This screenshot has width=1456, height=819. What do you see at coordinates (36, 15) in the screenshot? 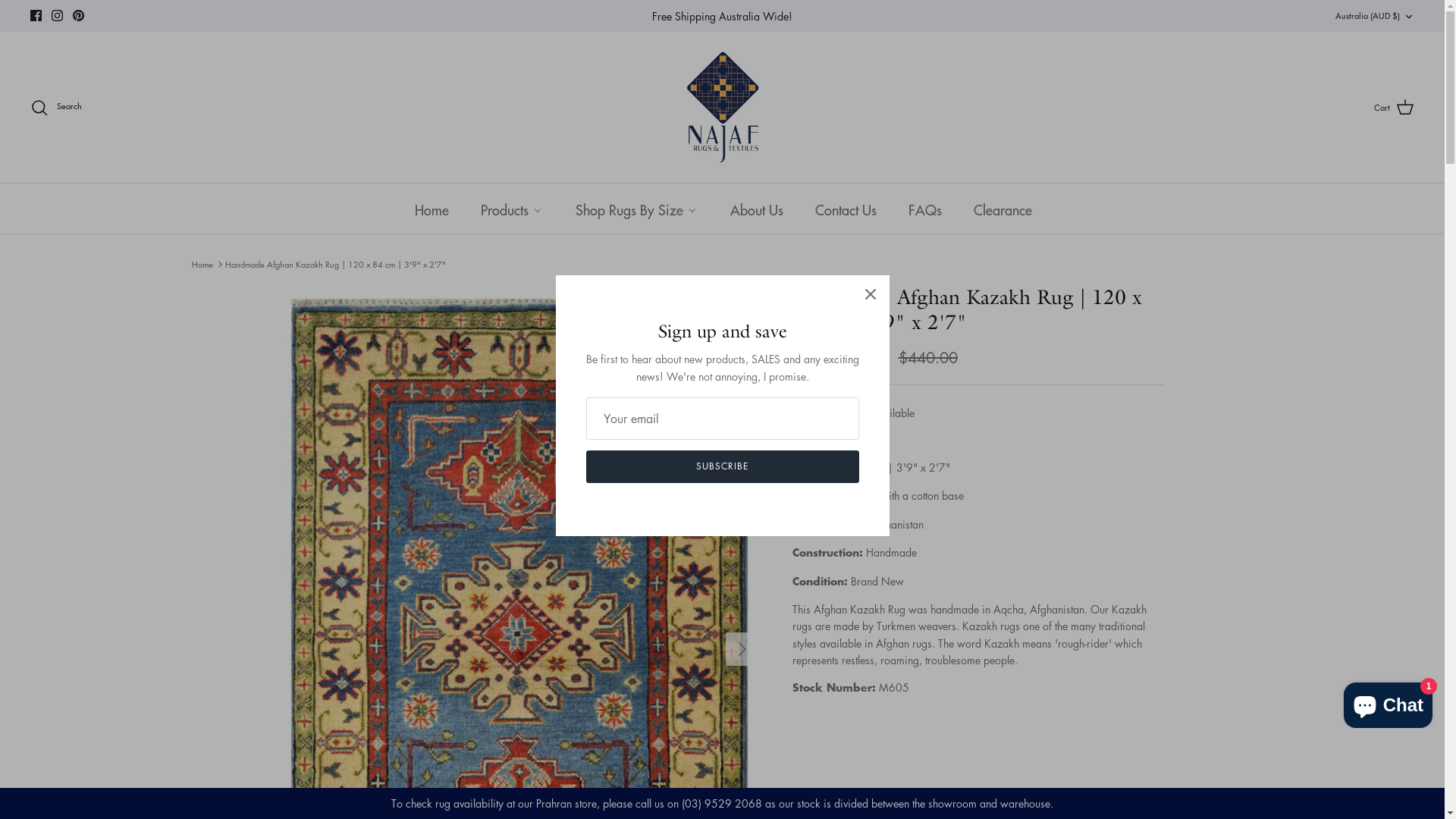
I see `'Facebook'` at bounding box center [36, 15].